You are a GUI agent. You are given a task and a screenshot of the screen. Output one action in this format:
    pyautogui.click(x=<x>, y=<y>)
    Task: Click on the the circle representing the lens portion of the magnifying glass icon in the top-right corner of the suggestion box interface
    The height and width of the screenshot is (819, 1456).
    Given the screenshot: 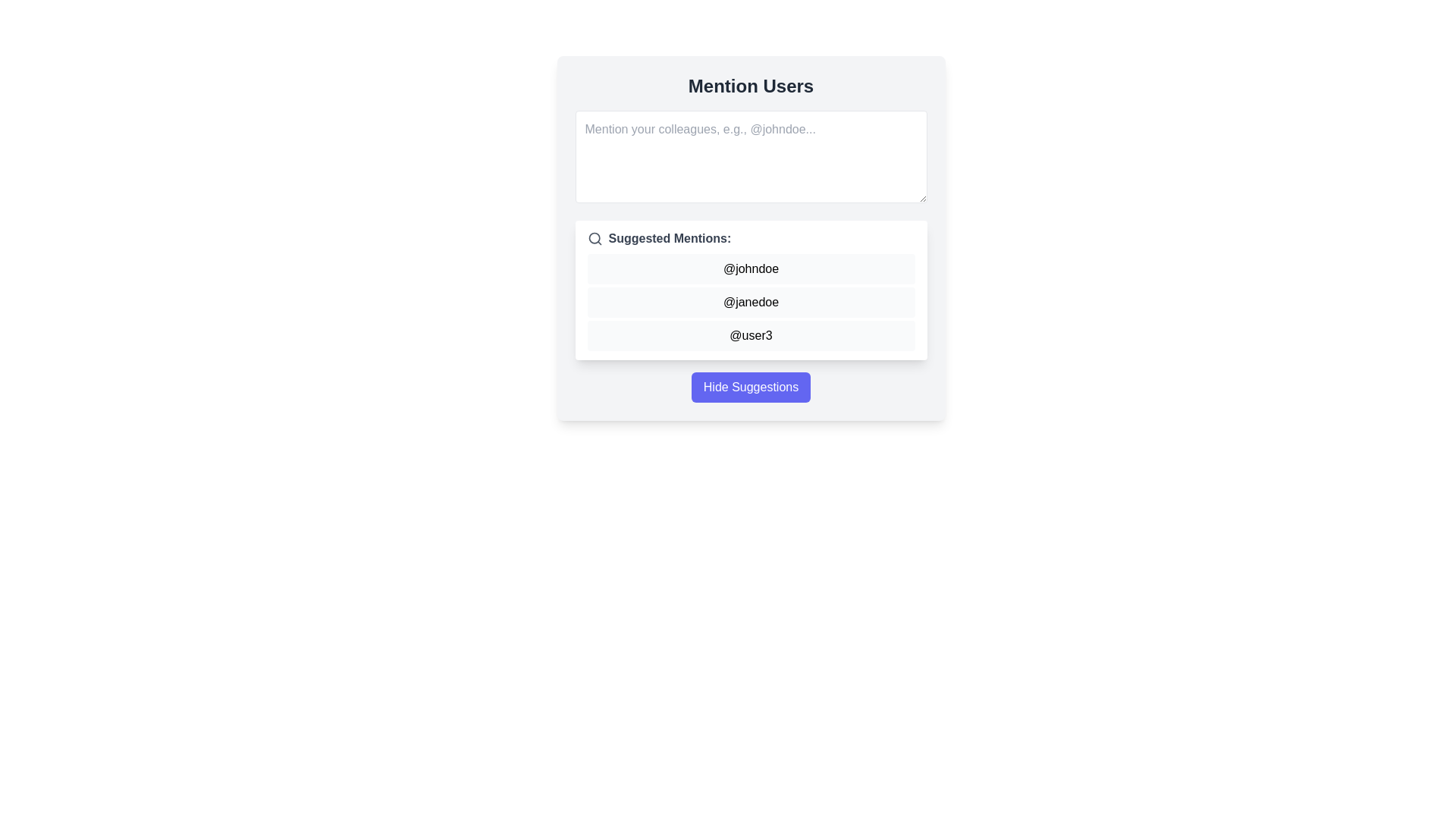 What is the action you would take?
    pyautogui.click(x=593, y=238)
    